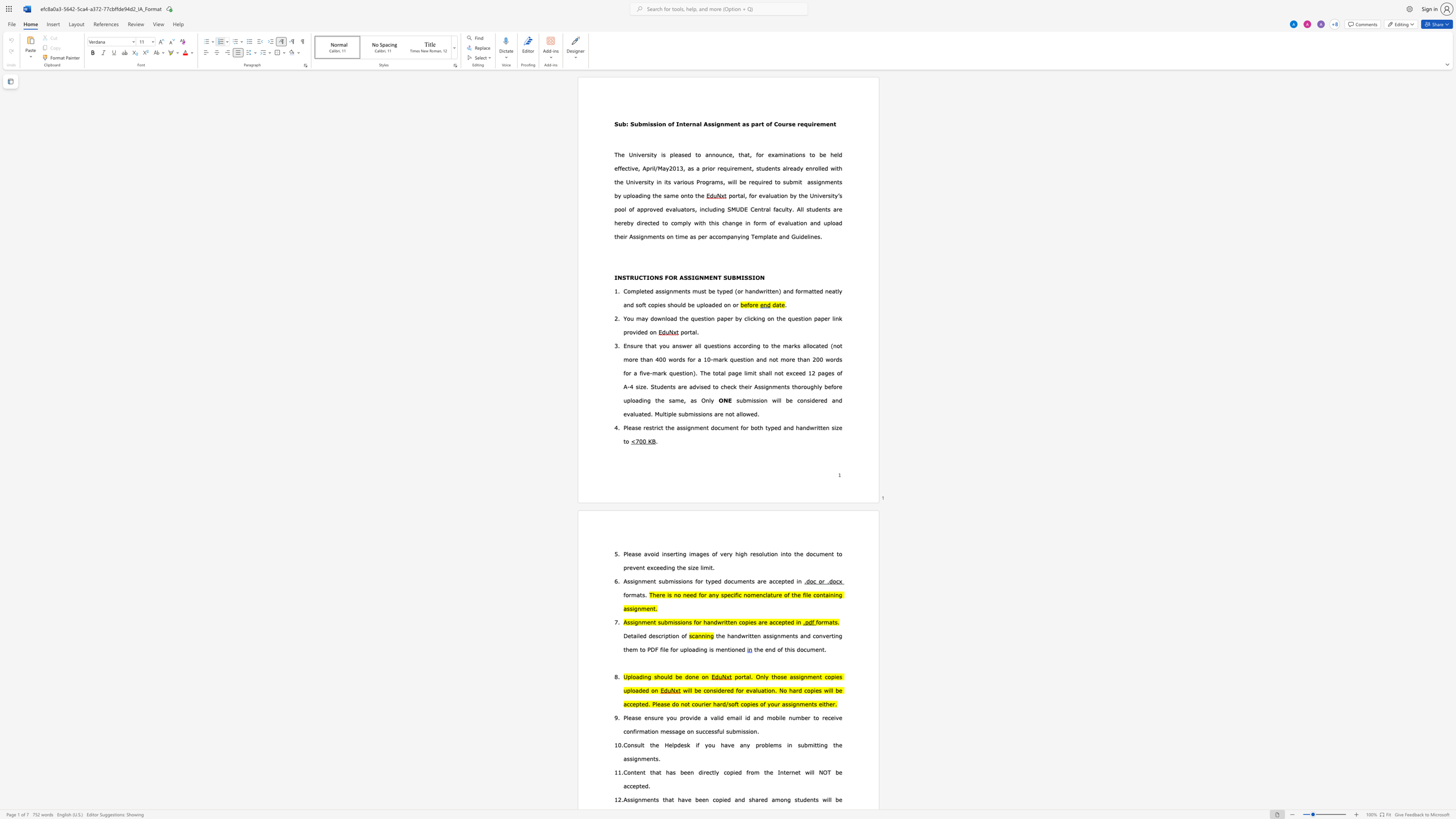  I want to click on the space between the continuous character "i" and "c" in the text, so click(658, 427).